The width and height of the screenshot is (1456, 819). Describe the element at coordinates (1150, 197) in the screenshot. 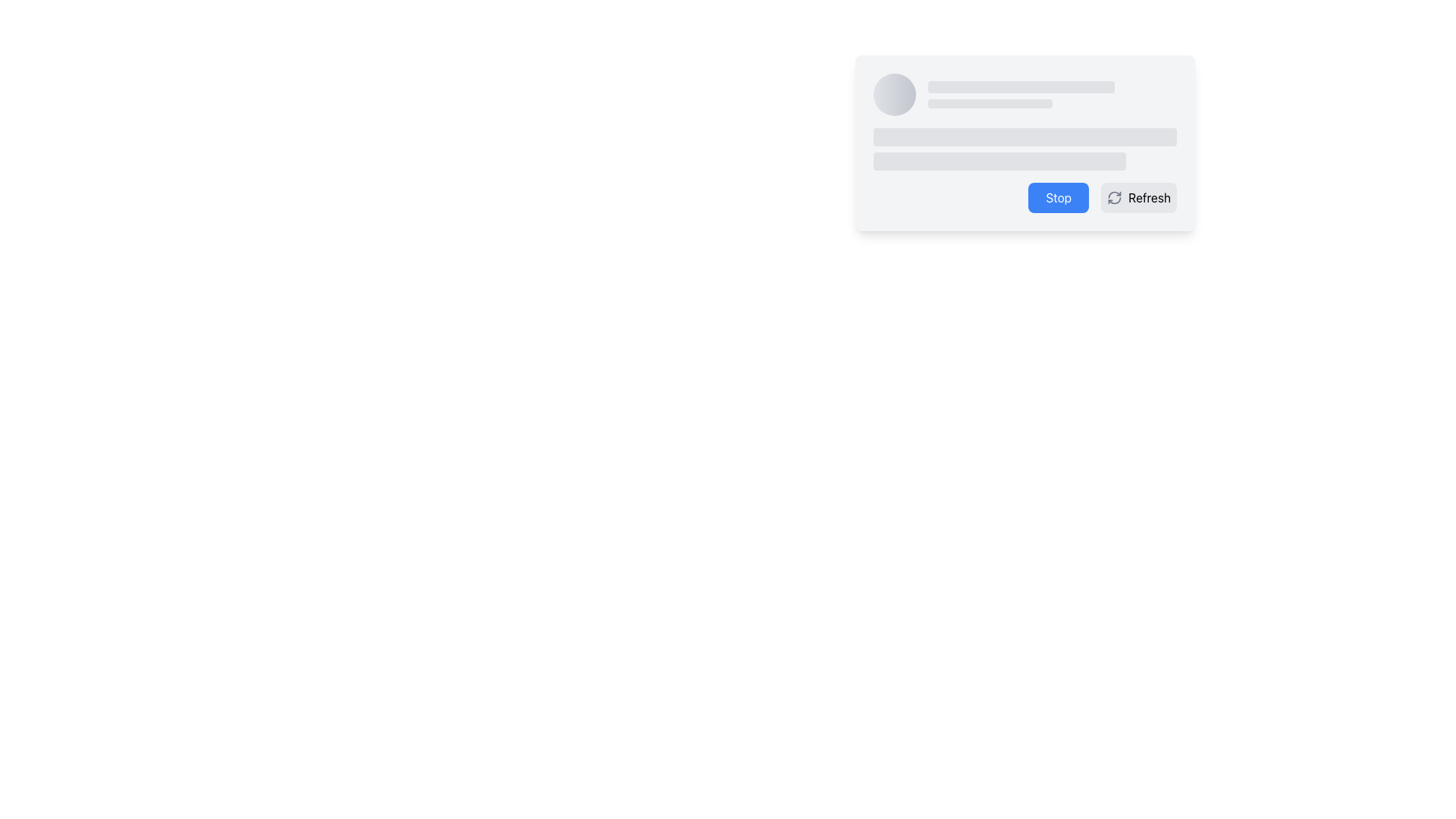

I see `the text element located at the rightmost side of the control bar` at that location.